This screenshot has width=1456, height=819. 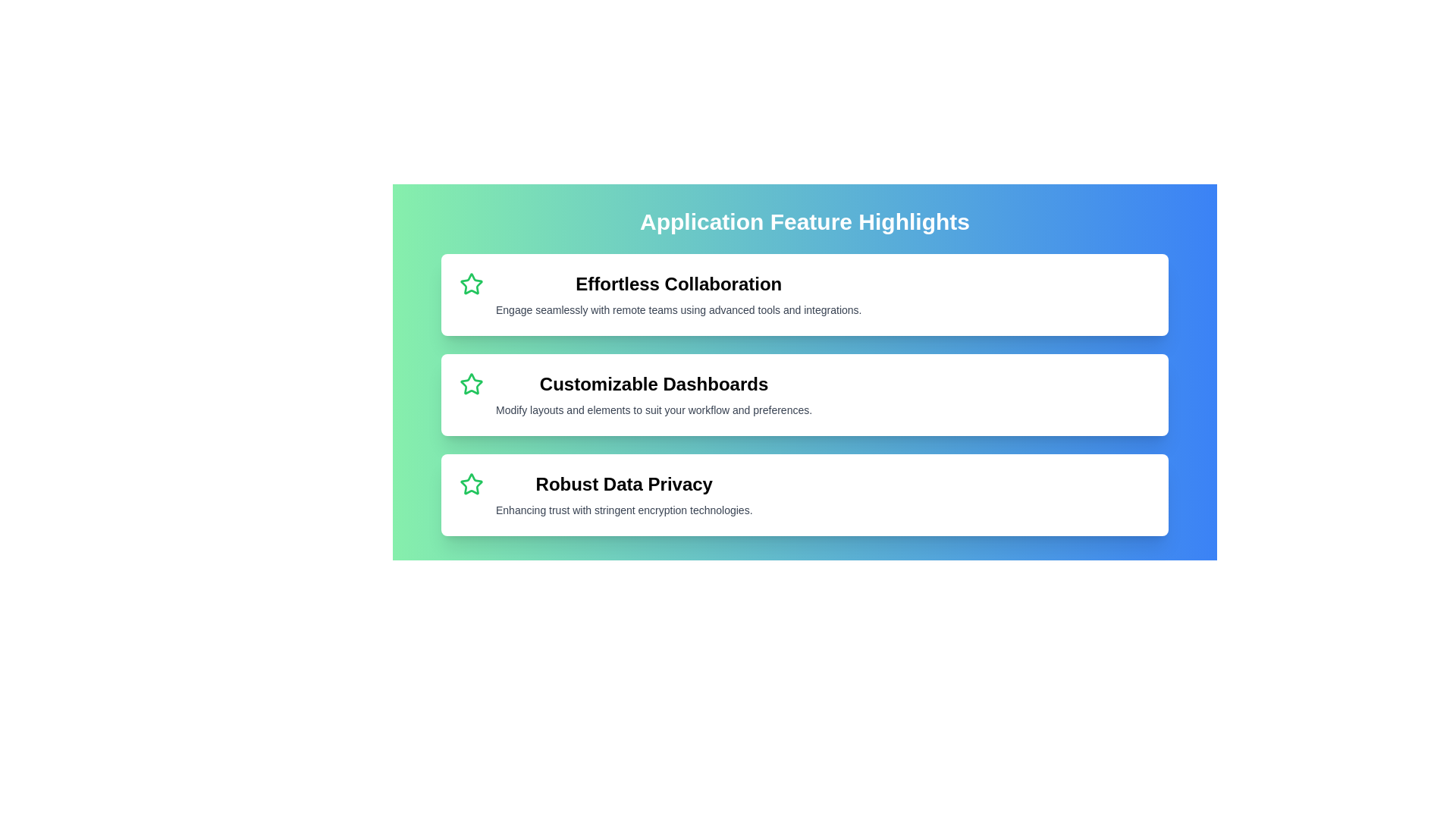 I want to click on descriptive text located beneath the bold heading 'Robust Data Privacy' in the third section of the feature highlight card, so click(x=624, y=510).